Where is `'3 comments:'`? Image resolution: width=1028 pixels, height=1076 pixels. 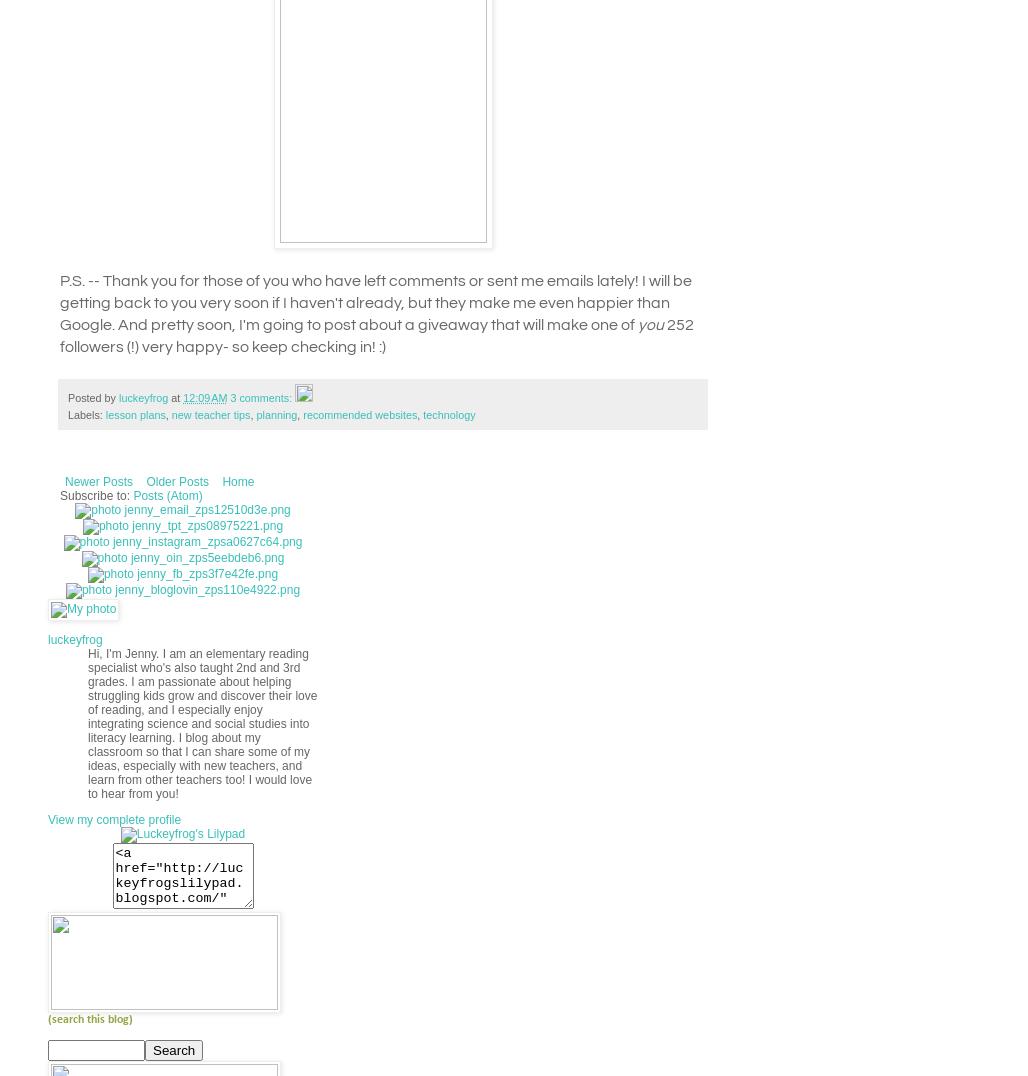 '3 comments:' is located at coordinates (228, 396).